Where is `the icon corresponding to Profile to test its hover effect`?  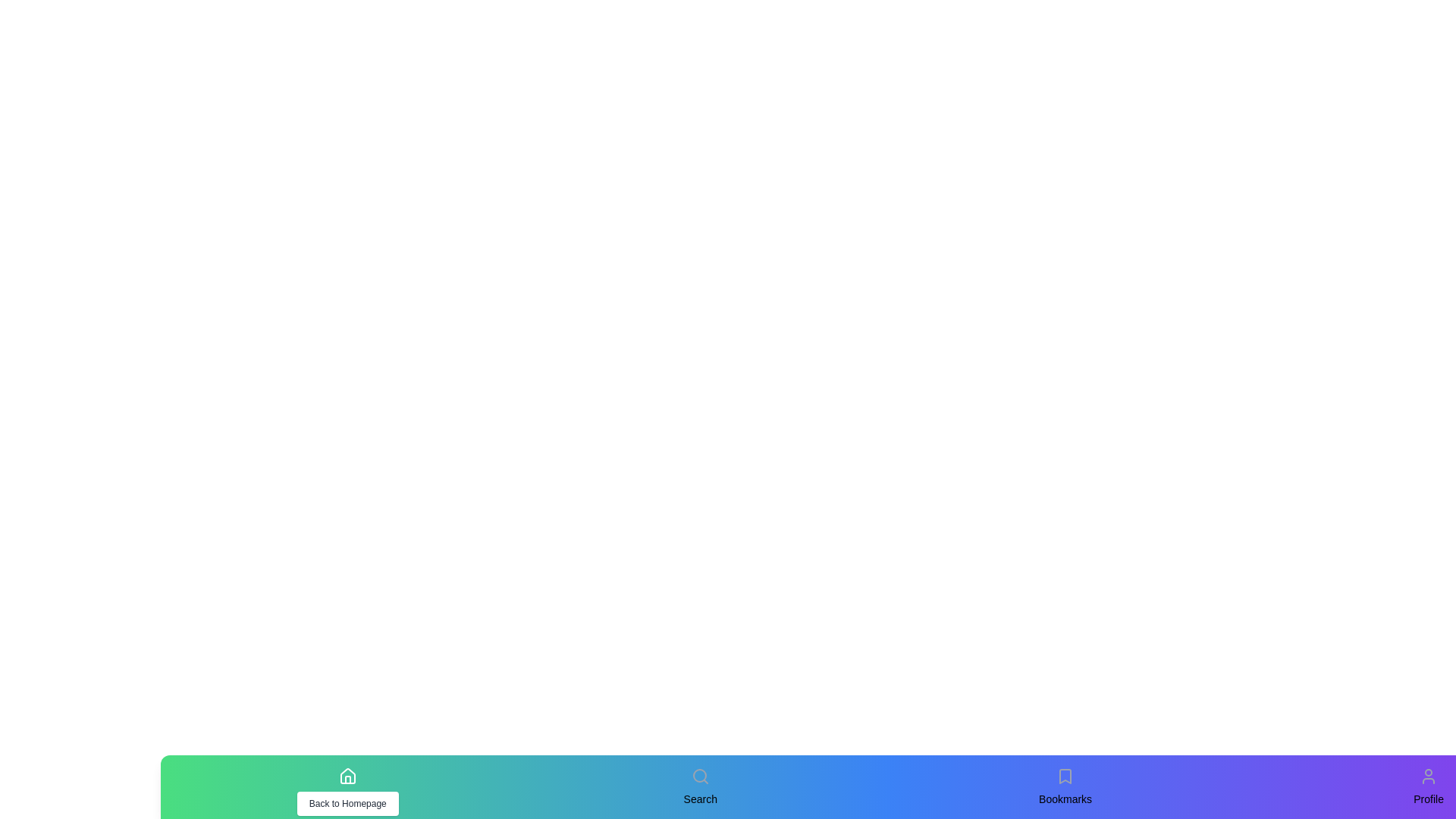
the icon corresponding to Profile to test its hover effect is located at coordinates (1428, 776).